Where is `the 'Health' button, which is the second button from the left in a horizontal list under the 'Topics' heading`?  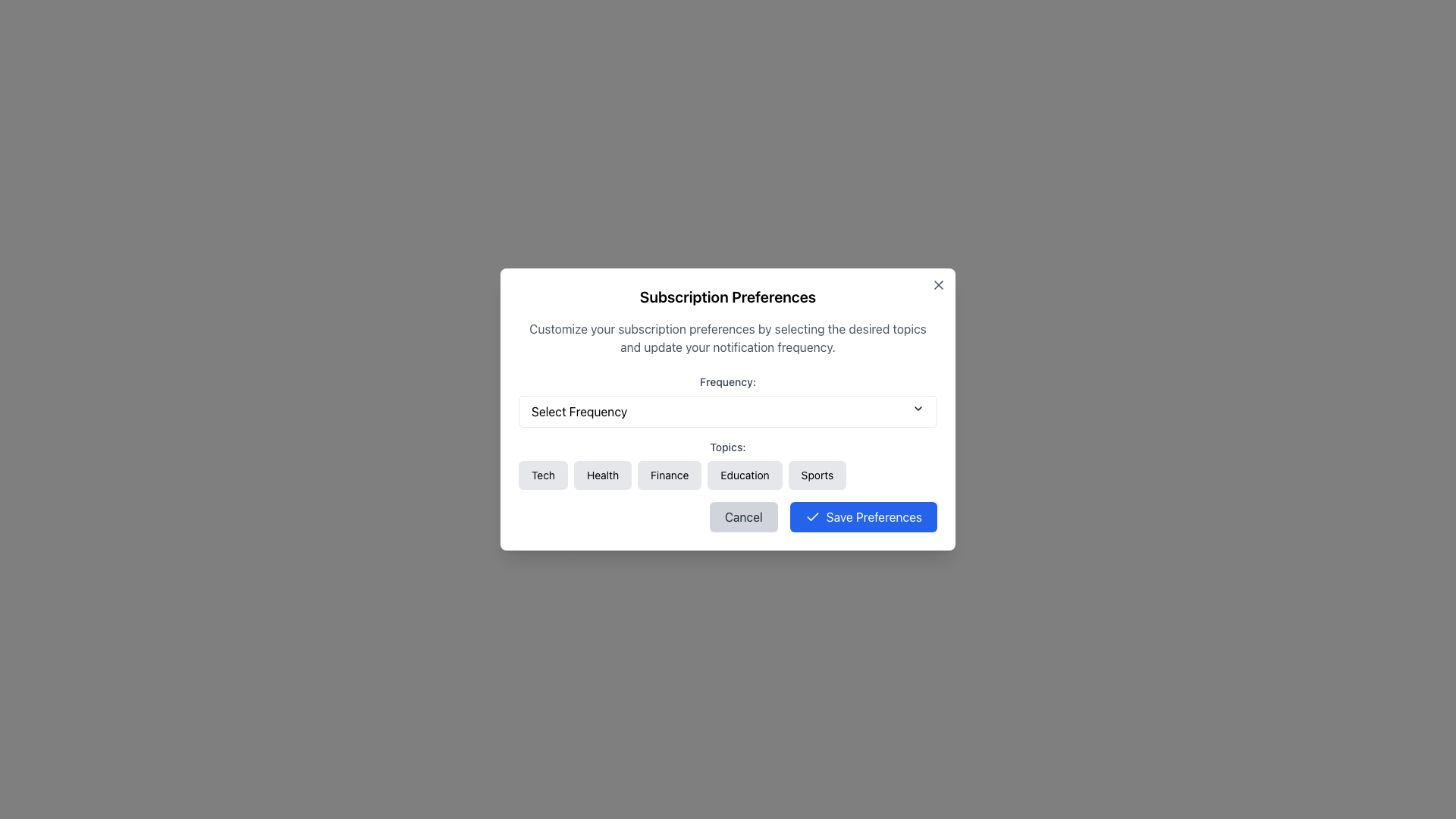
the 'Health' button, which is the second button from the left in a horizontal list under the 'Topics' heading is located at coordinates (602, 475).